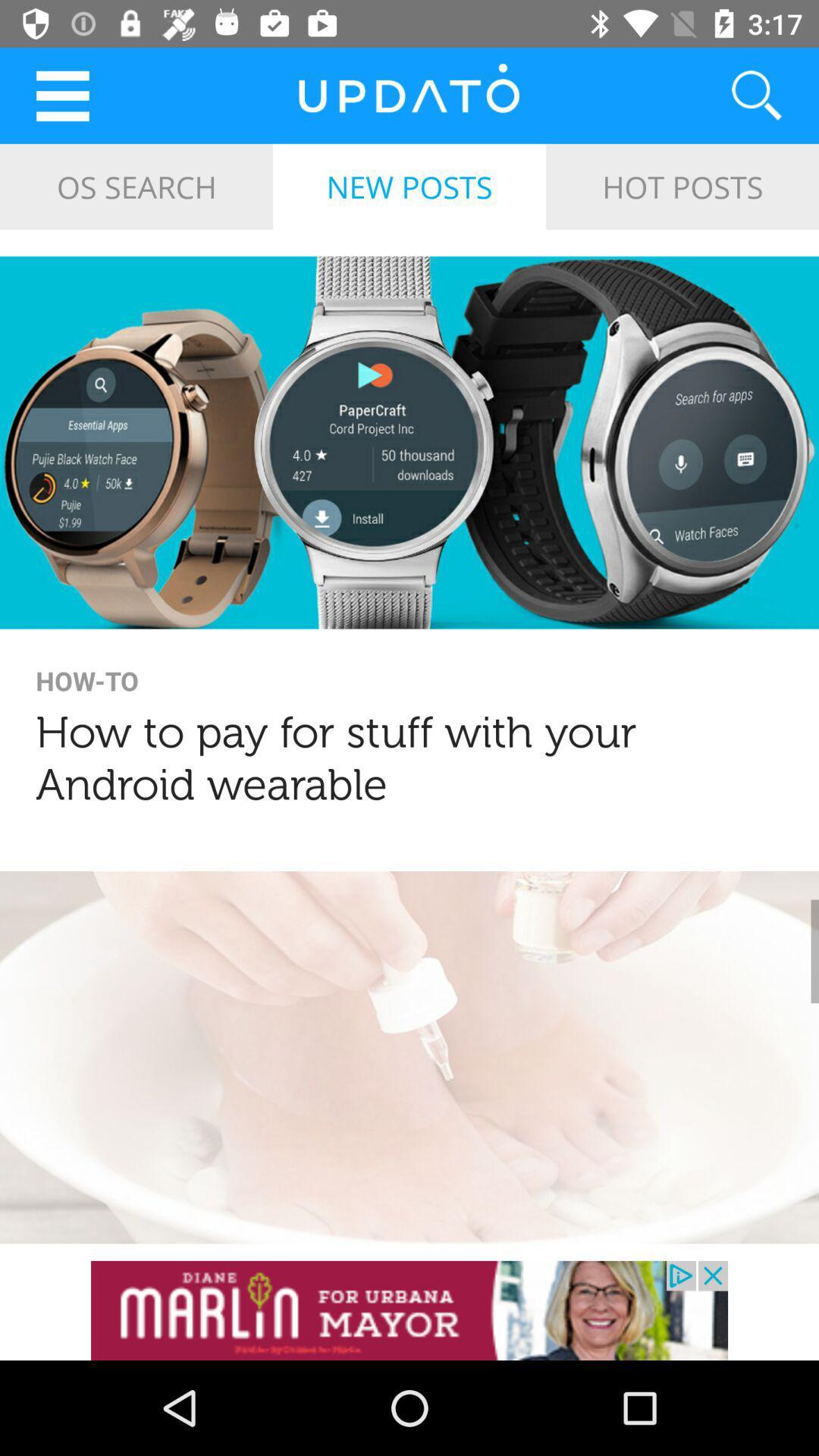 This screenshot has width=819, height=1456. What do you see at coordinates (737, 95) in the screenshot?
I see `the search icon` at bounding box center [737, 95].